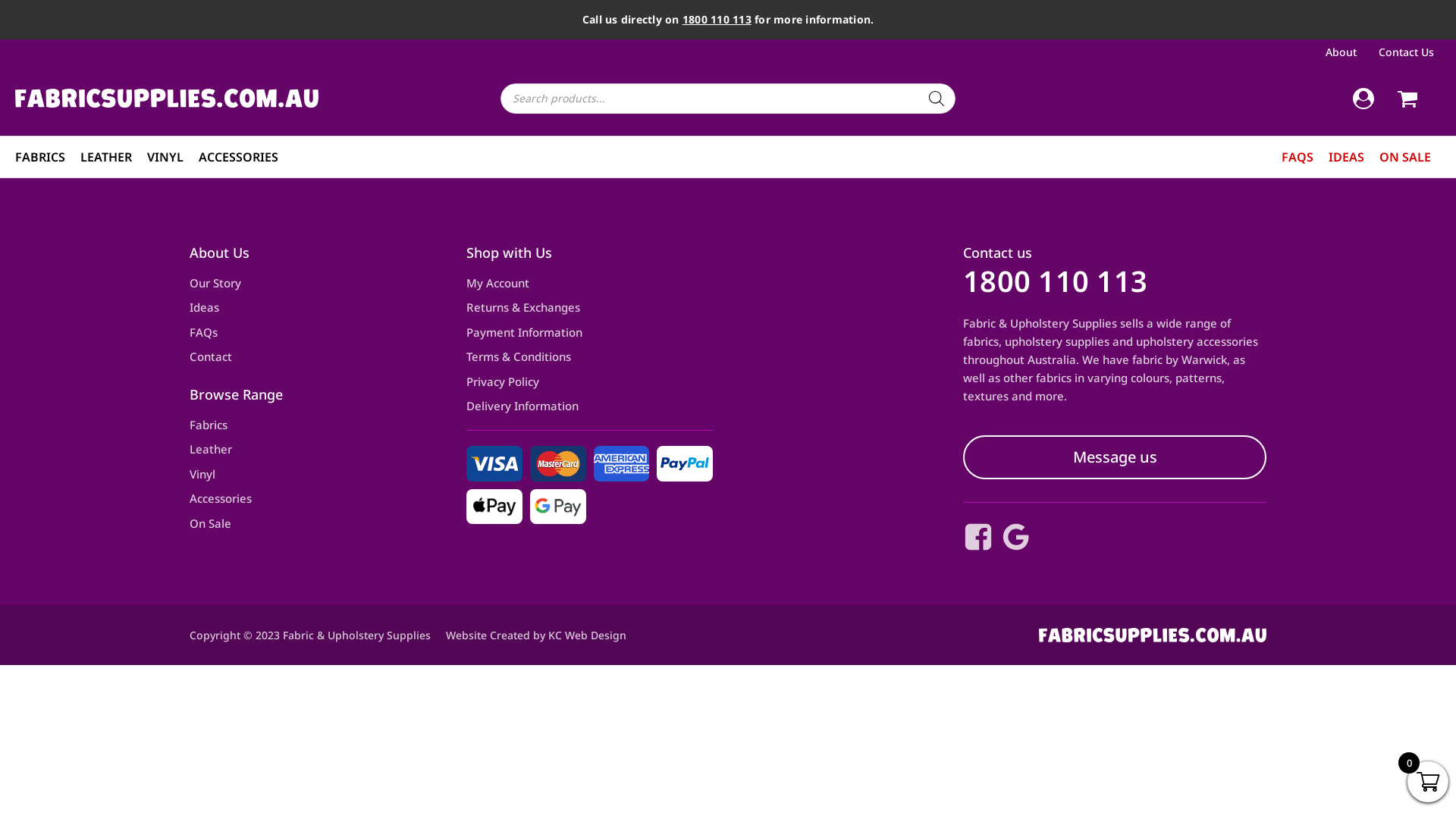  I want to click on 'Accessories', so click(220, 498).